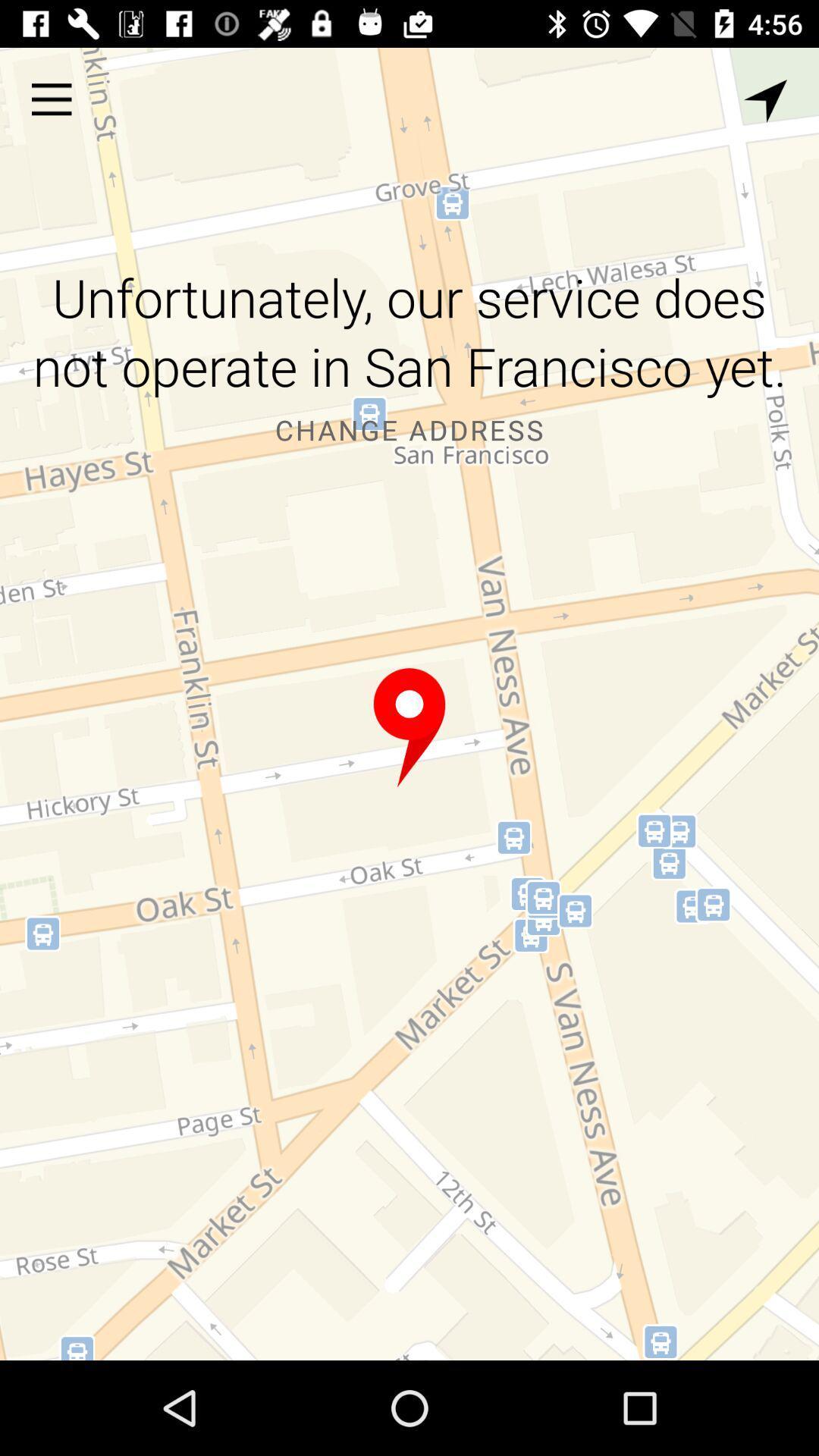 This screenshot has height=1456, width=819. What do you see at coordinates (765, 100) in the screenshot?
I see `navigation` at bounding box center [765, 100].